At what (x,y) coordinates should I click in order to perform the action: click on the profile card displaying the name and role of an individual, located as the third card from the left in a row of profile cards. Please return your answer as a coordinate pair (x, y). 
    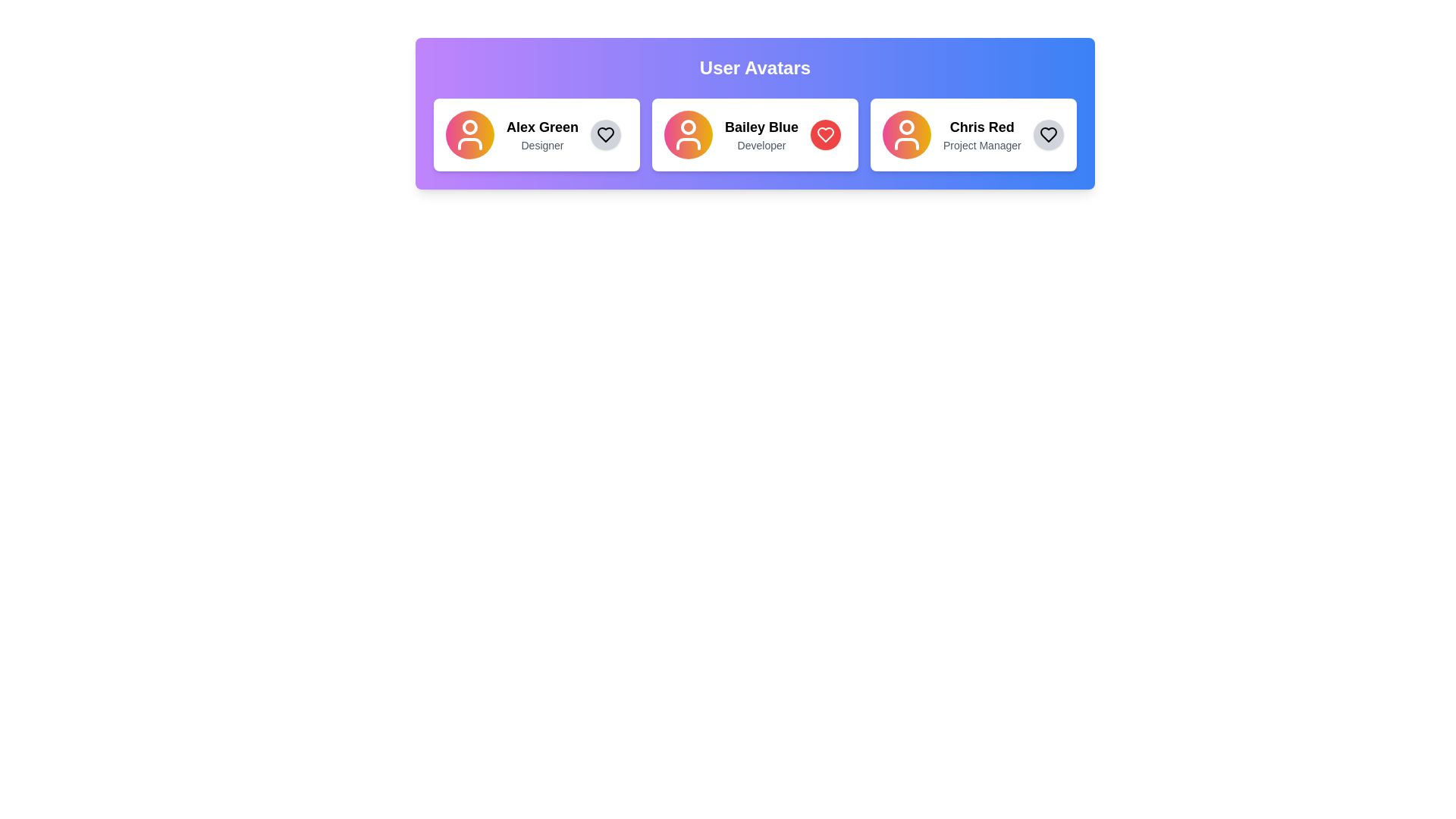
    Looking at the image, I should click on (982, 133).